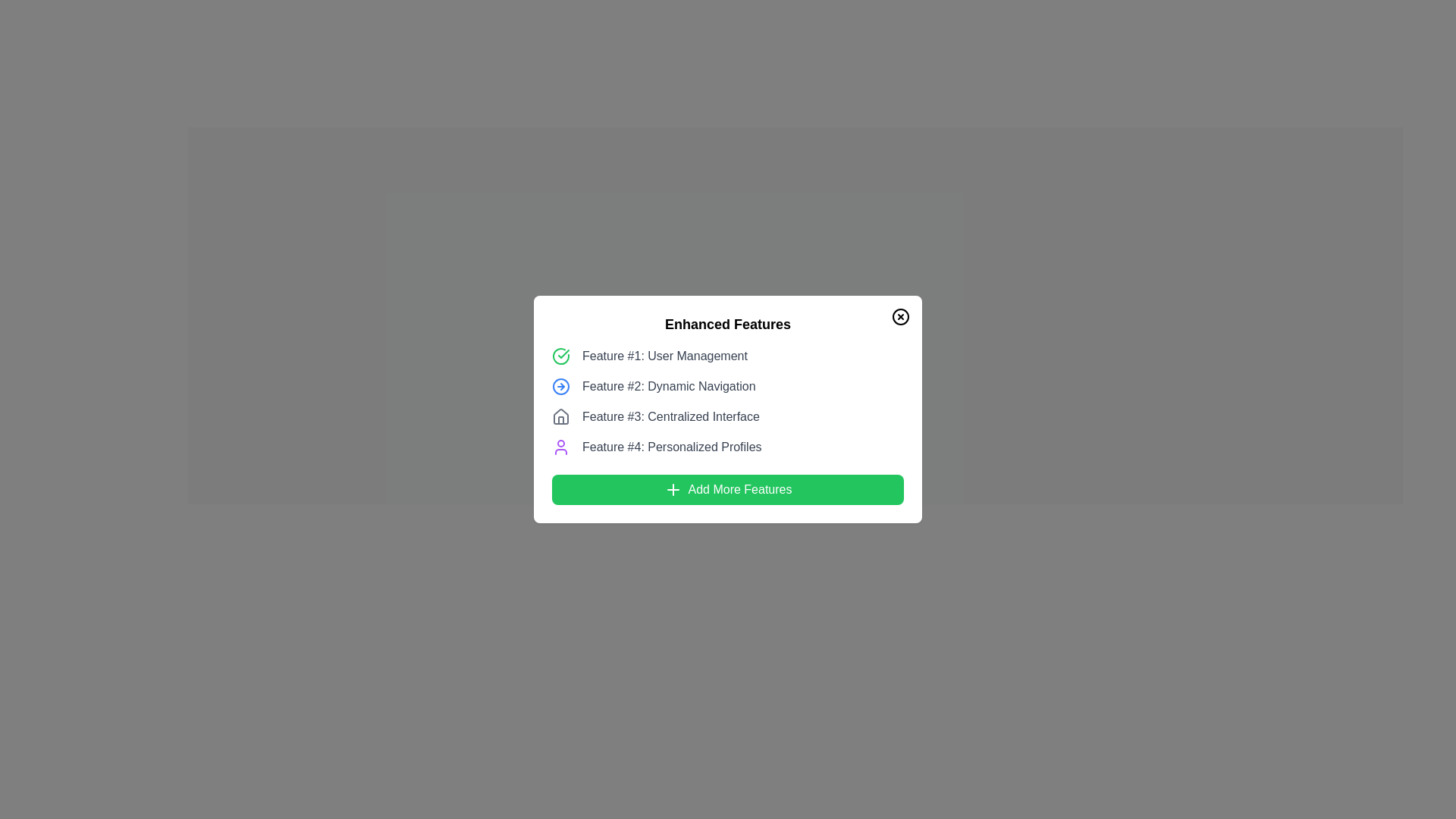 This screenshot has height=819, width=1456. Describe the element at coordinates (560, 417) in the screenshot. I see `the 'Centralized Interface' icon located in the third row of the 'Enhanced Features' dialog box, which is positioned to the left of the text 'Feature #3: Centralized Interface'` at that location.